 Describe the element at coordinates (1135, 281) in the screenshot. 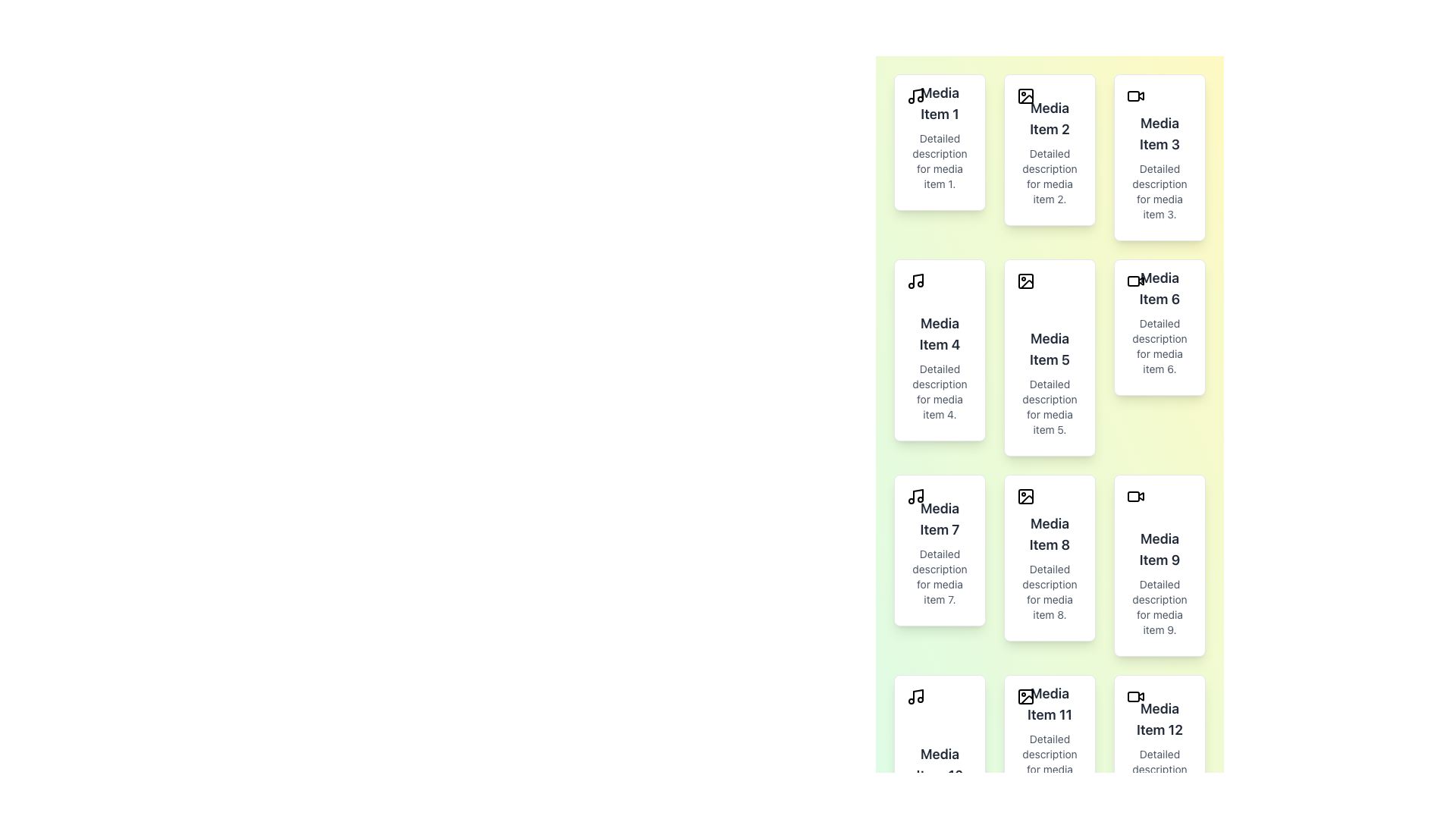

I see `the video camera icon located at the top-left corner of the 'Media Item 6' card in the grid layout` at that location.